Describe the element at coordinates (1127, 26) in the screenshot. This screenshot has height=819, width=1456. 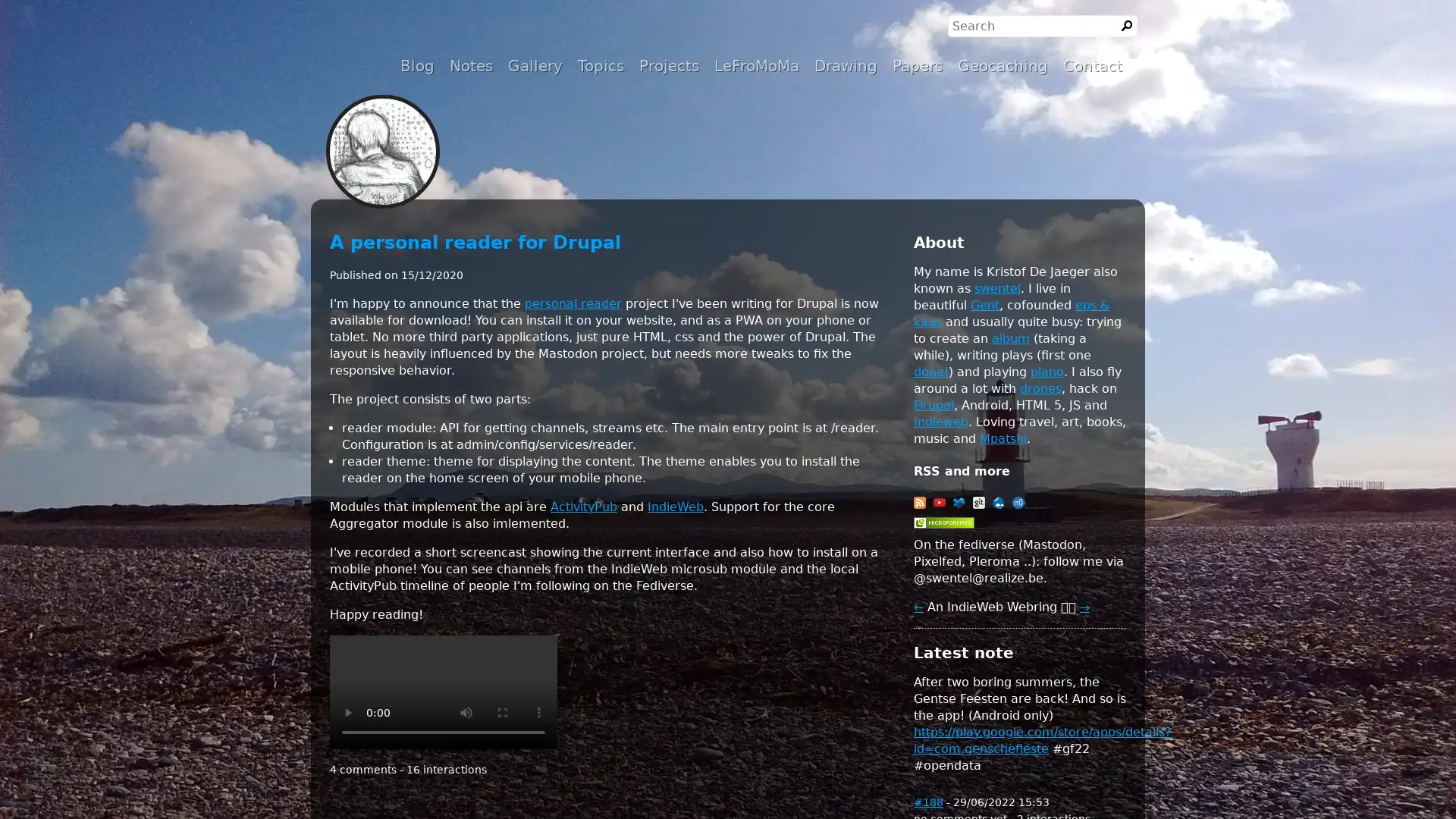
I see `Search` at that location.